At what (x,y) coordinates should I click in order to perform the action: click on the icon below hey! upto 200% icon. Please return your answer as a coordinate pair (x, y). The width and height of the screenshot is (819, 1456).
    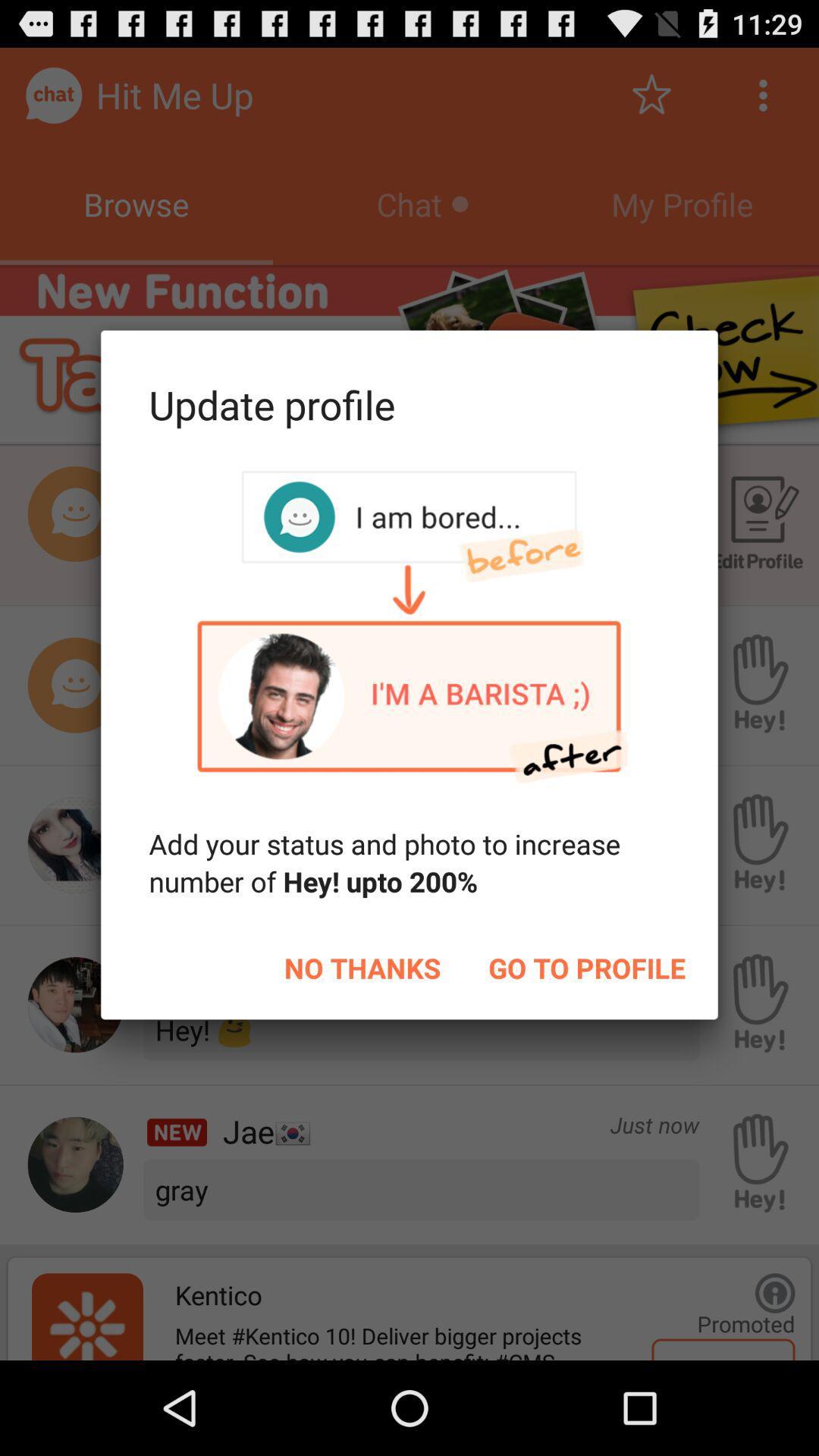
    Looking at the image, I should click on (586, 967).